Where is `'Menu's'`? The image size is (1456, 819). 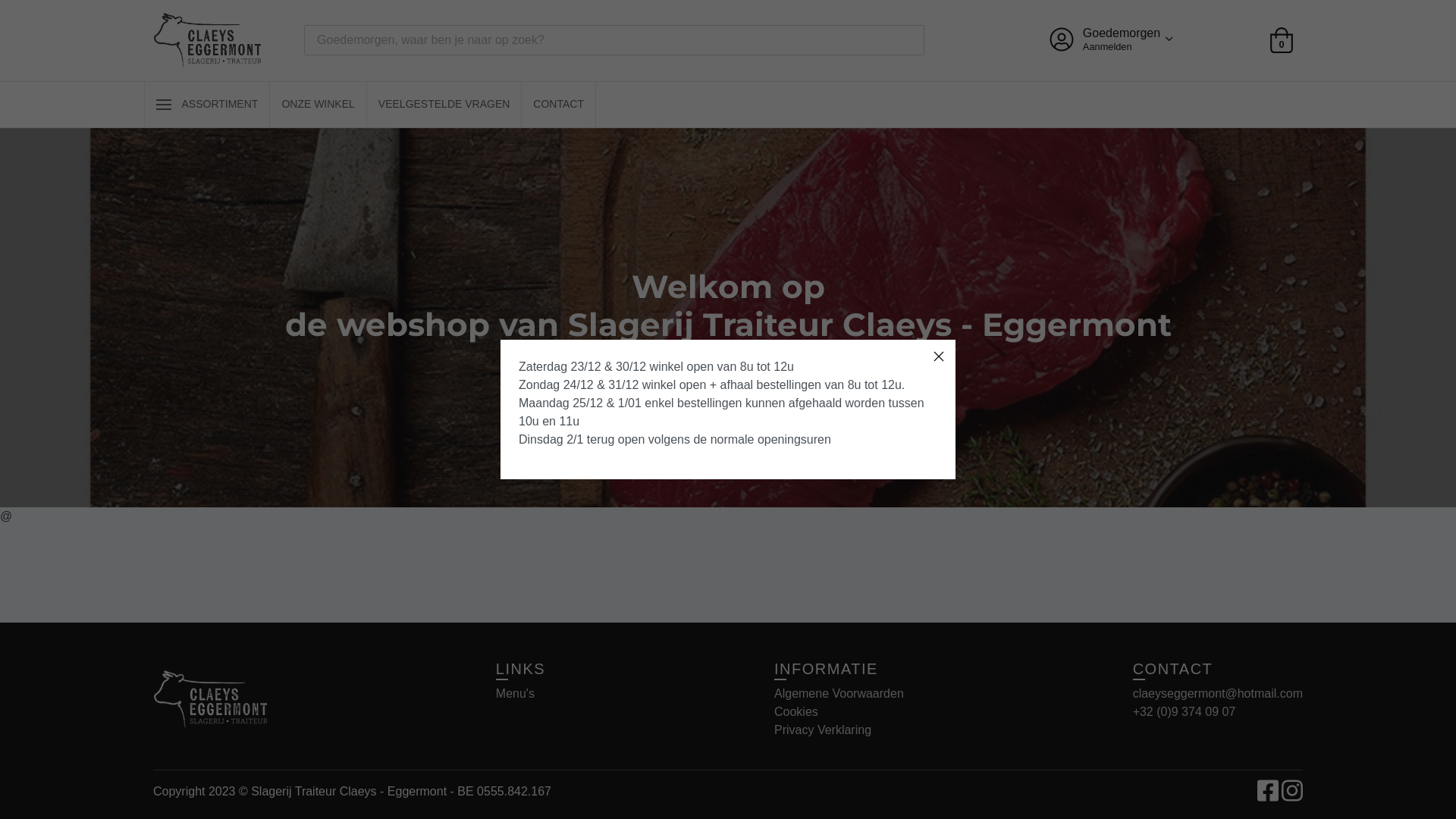 'Menu's' is located at coordinates (515, 693).